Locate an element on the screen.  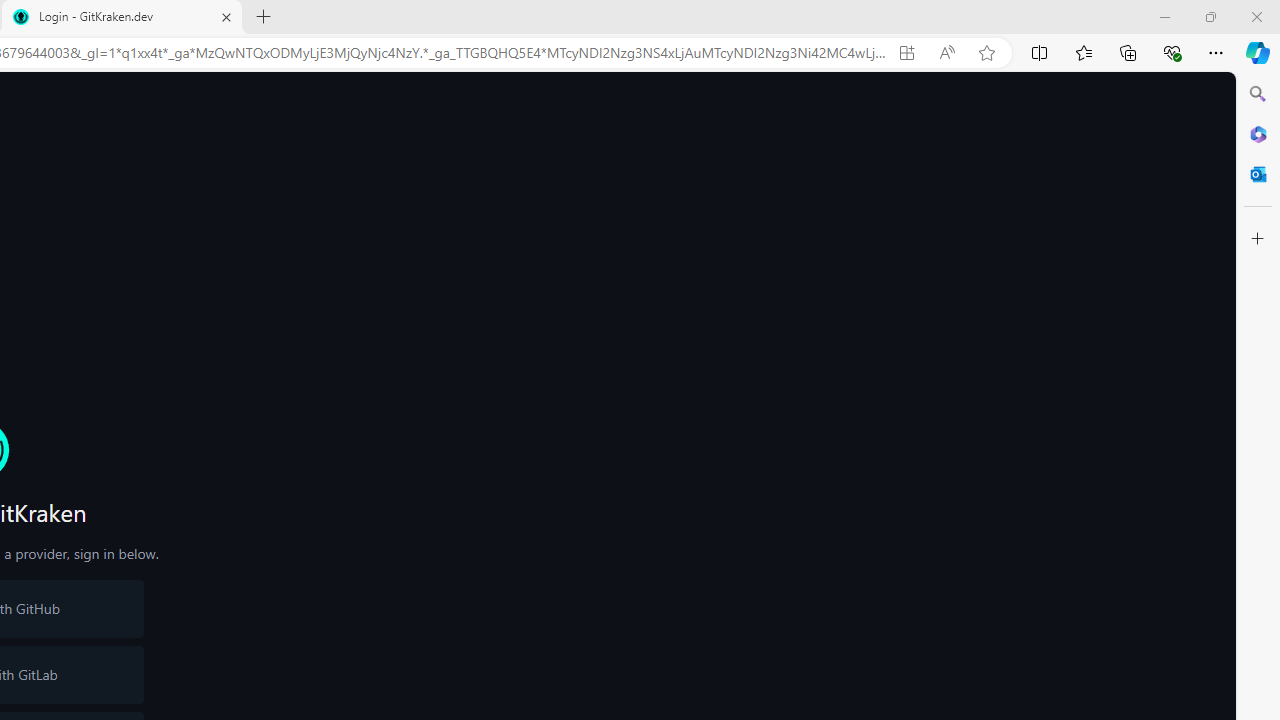
'App available. Install GitKraken.dev' is located at coordinates (905, 52).